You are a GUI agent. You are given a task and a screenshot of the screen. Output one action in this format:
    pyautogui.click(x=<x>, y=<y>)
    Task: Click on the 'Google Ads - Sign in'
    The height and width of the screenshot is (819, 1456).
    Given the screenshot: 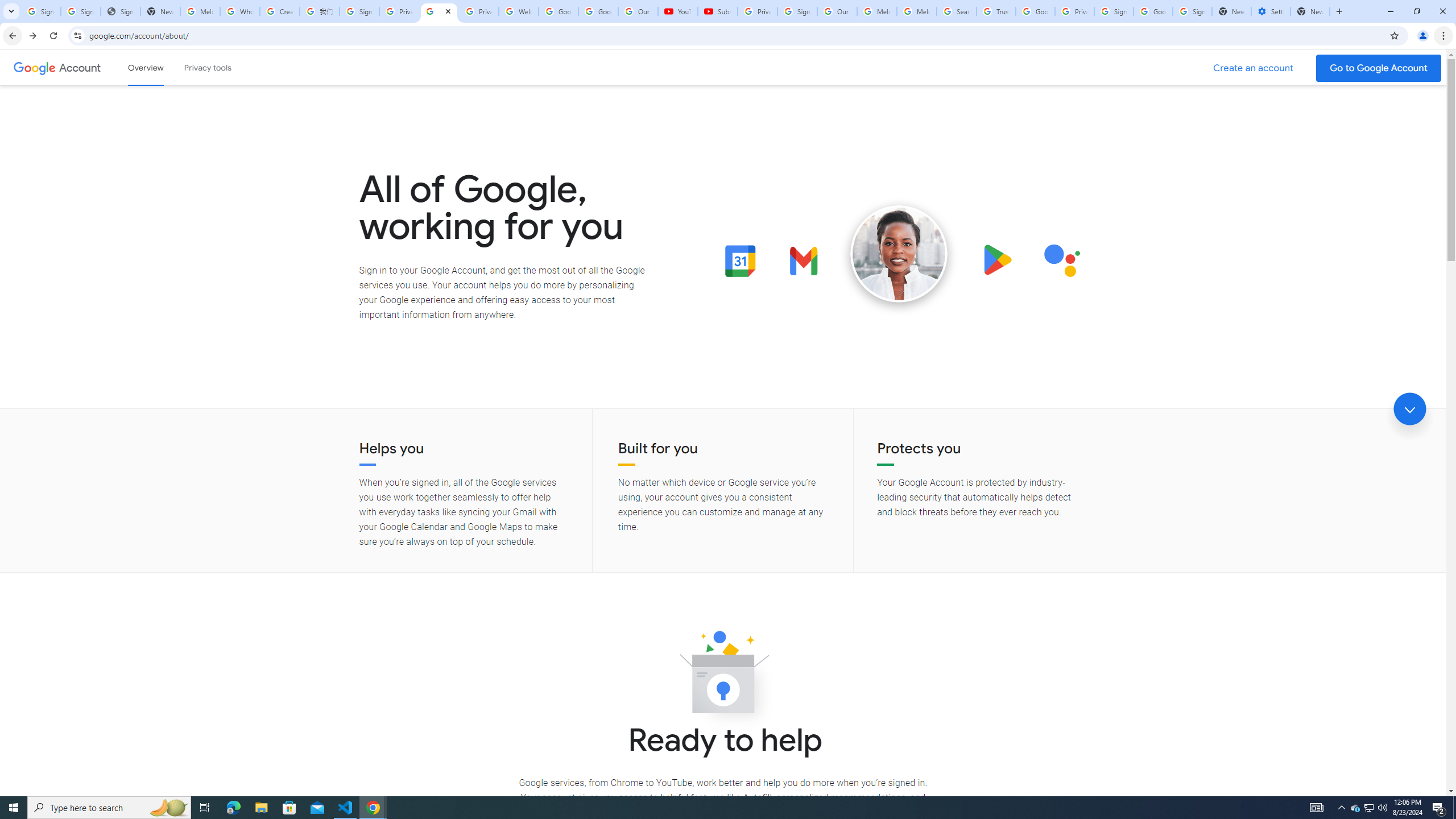 What is the action you would take?
    pyautogui.click(x=1035, y=11)
    